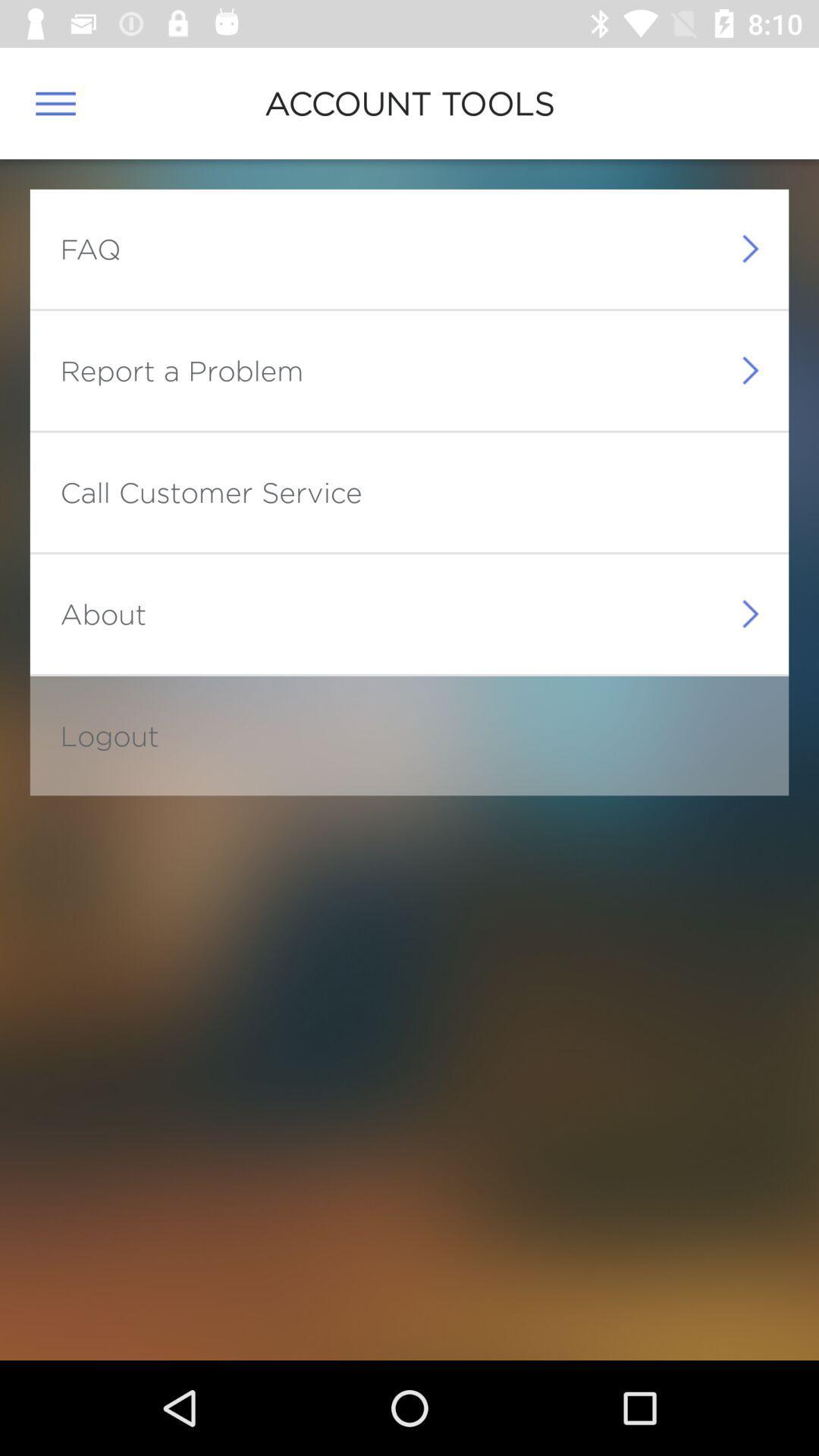  I want to click on the logout icon, so click(108, 736).